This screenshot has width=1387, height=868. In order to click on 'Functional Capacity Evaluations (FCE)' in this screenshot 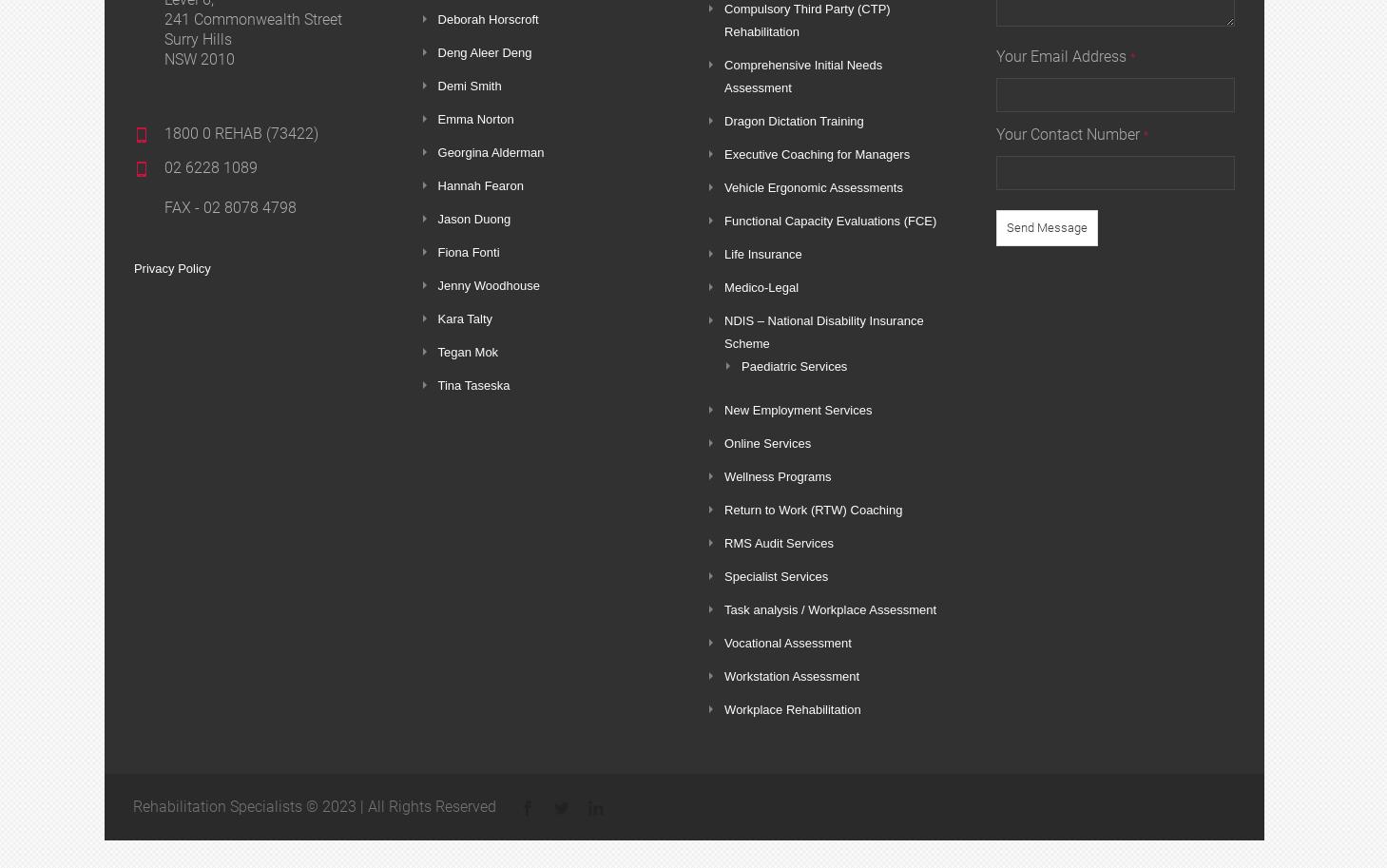, I will do `click(724, 220)`.